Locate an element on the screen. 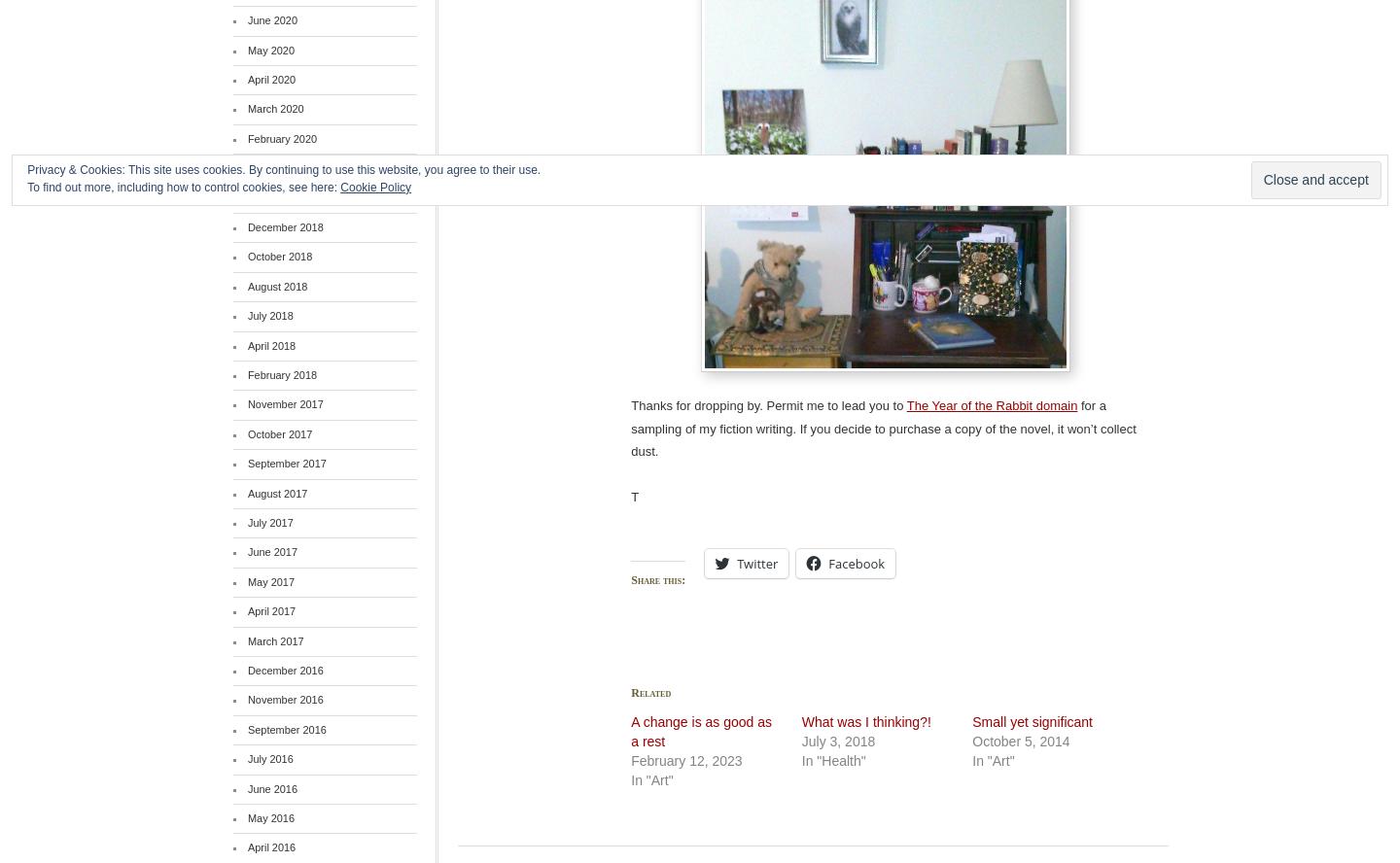 Image resolution: width=1400 pixels, height=863 pixels. 'August 2018' is located at coordinates (275, 285).